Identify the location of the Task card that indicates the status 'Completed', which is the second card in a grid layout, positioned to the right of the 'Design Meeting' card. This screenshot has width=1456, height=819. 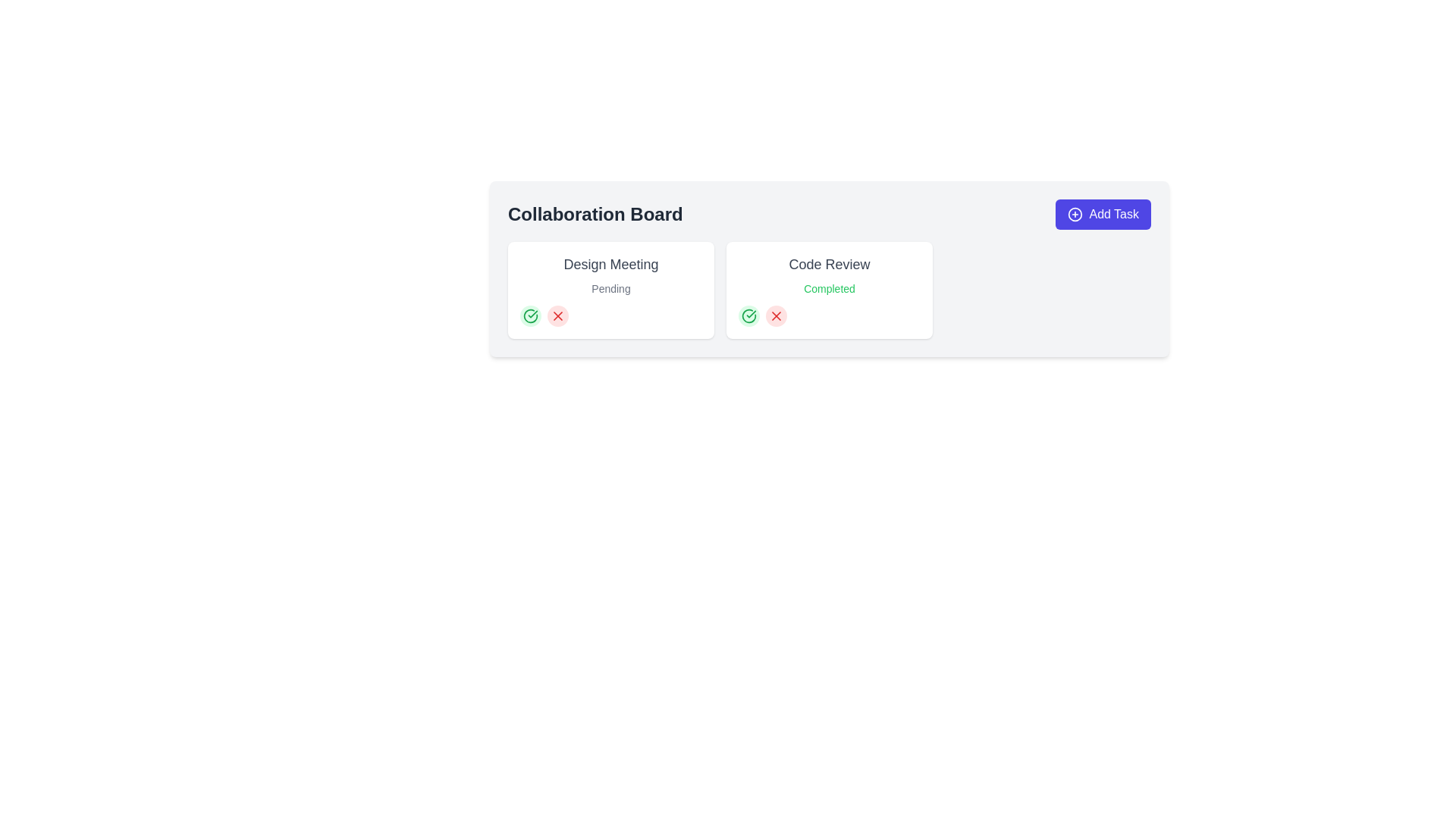
(829, 268).